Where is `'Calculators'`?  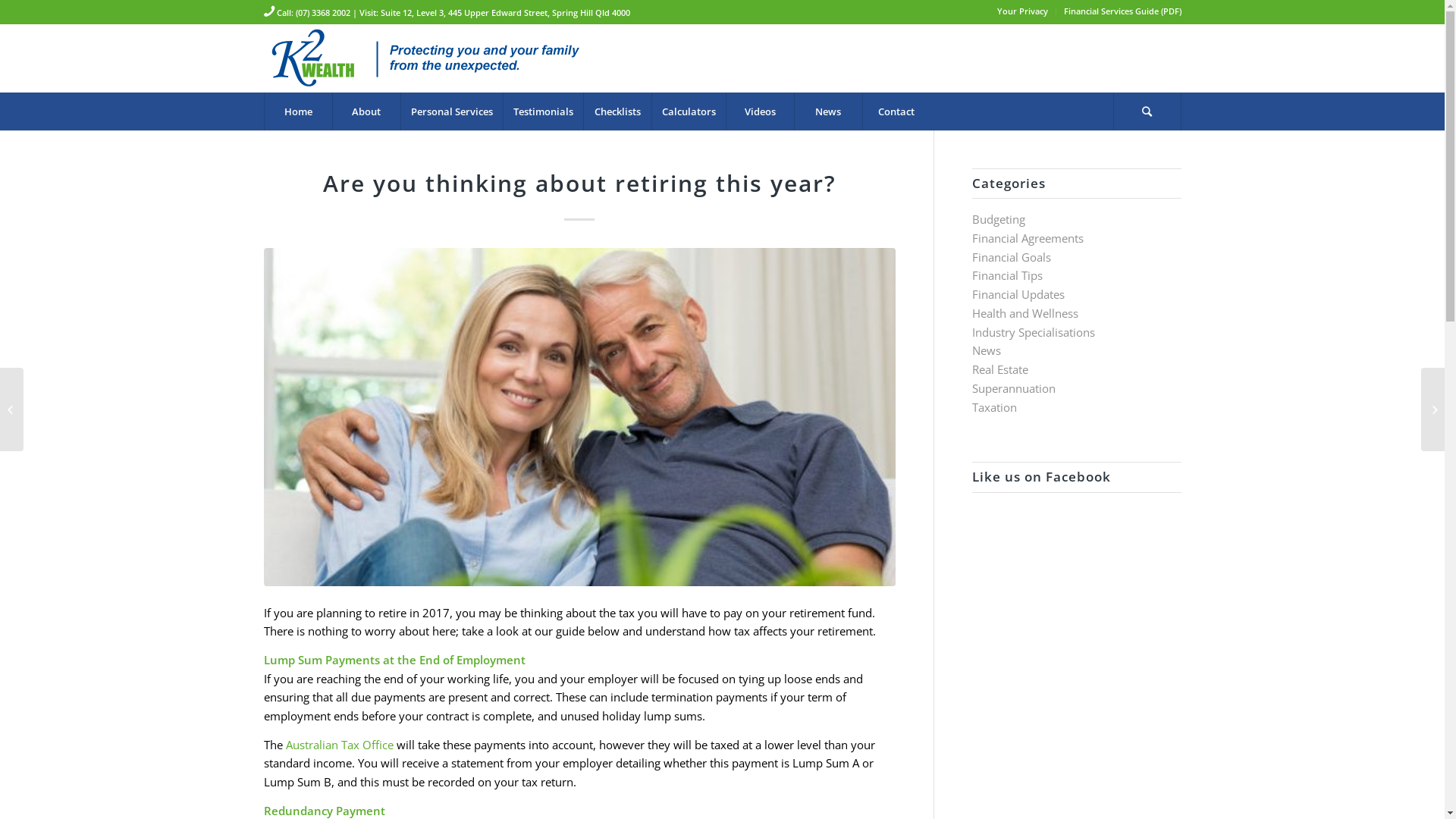 'Calculators' is located at coordinates (651, 110).